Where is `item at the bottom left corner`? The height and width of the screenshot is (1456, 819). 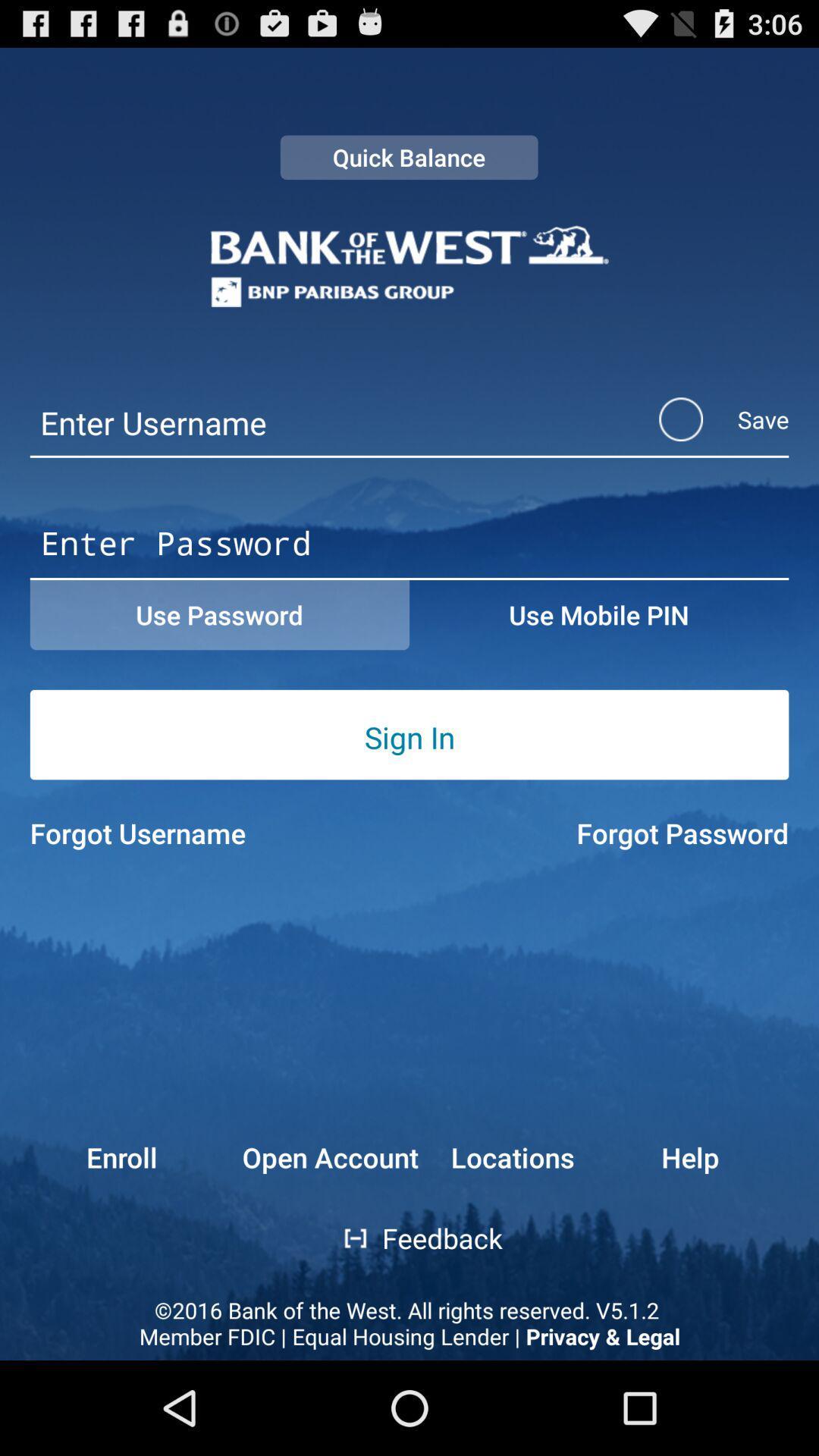
item at the bottom left corner is located at coordinates (93, 1156).